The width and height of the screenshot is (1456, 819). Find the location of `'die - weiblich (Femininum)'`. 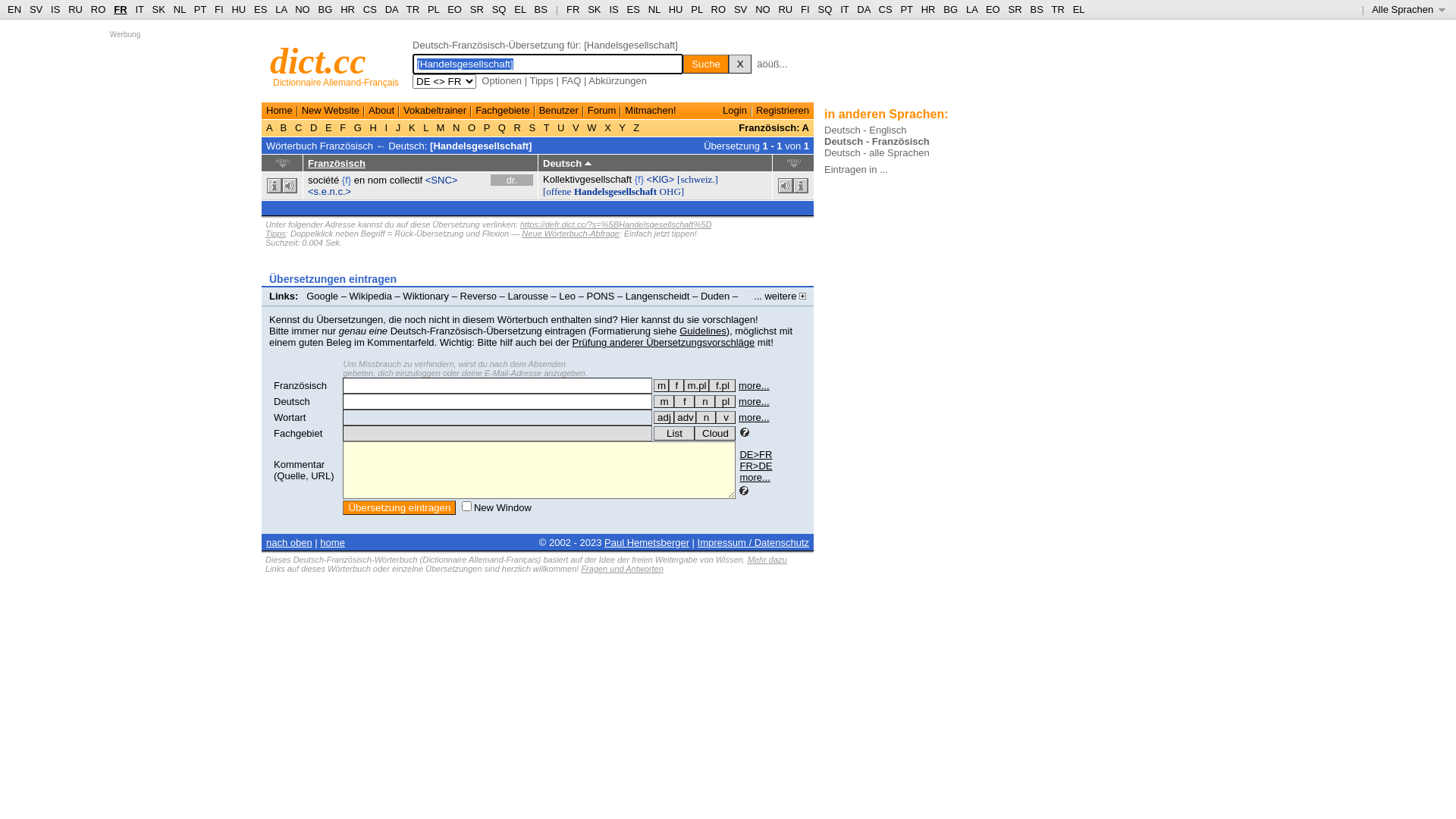

'die - weiblich (Femininum)' is located at coordinates (683, 400).